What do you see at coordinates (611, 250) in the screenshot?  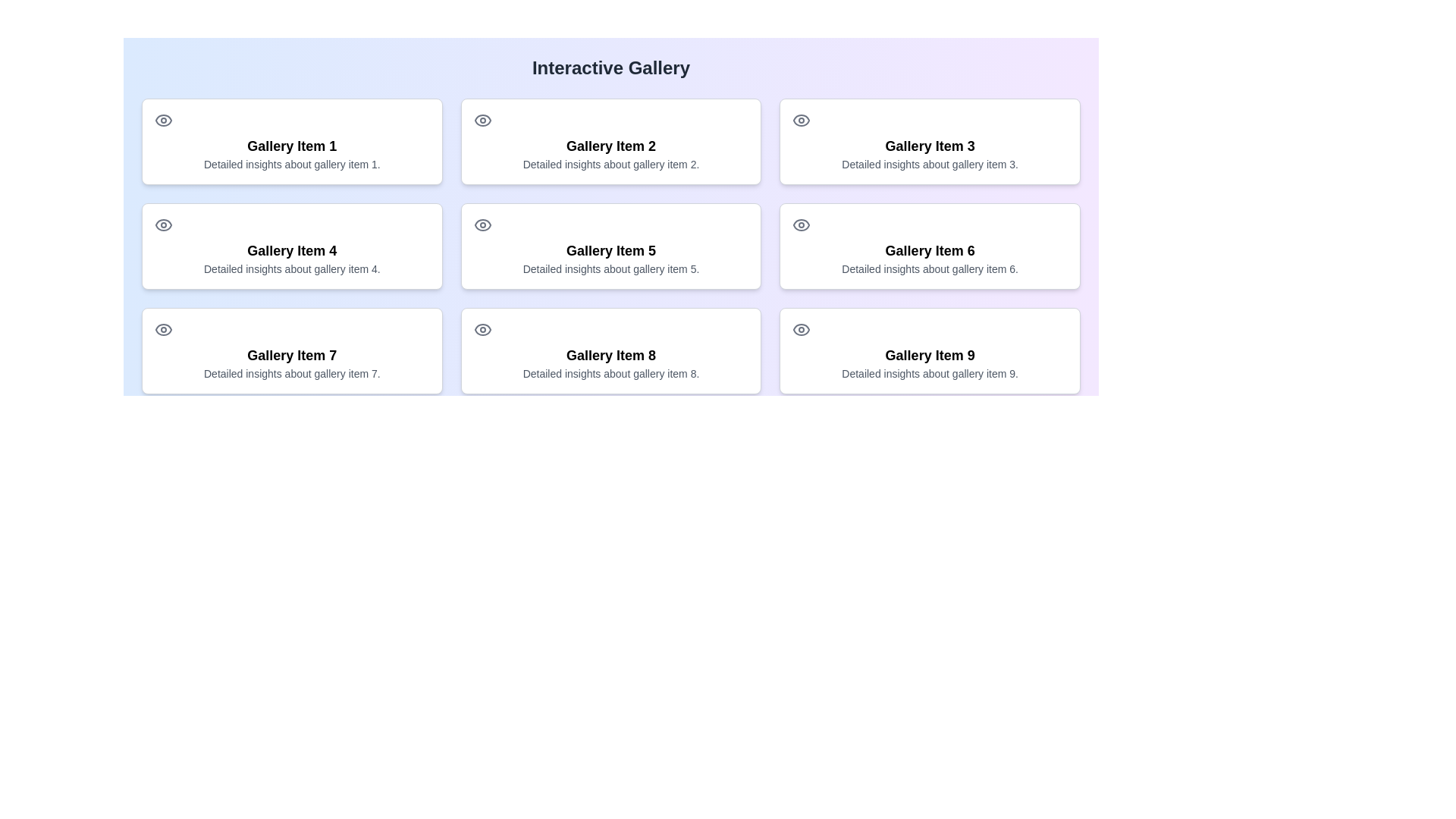 I see `the static text label that serves as the title of a gallery item, located in the middle-center of the grid structure` at bounding box center [611, 250].